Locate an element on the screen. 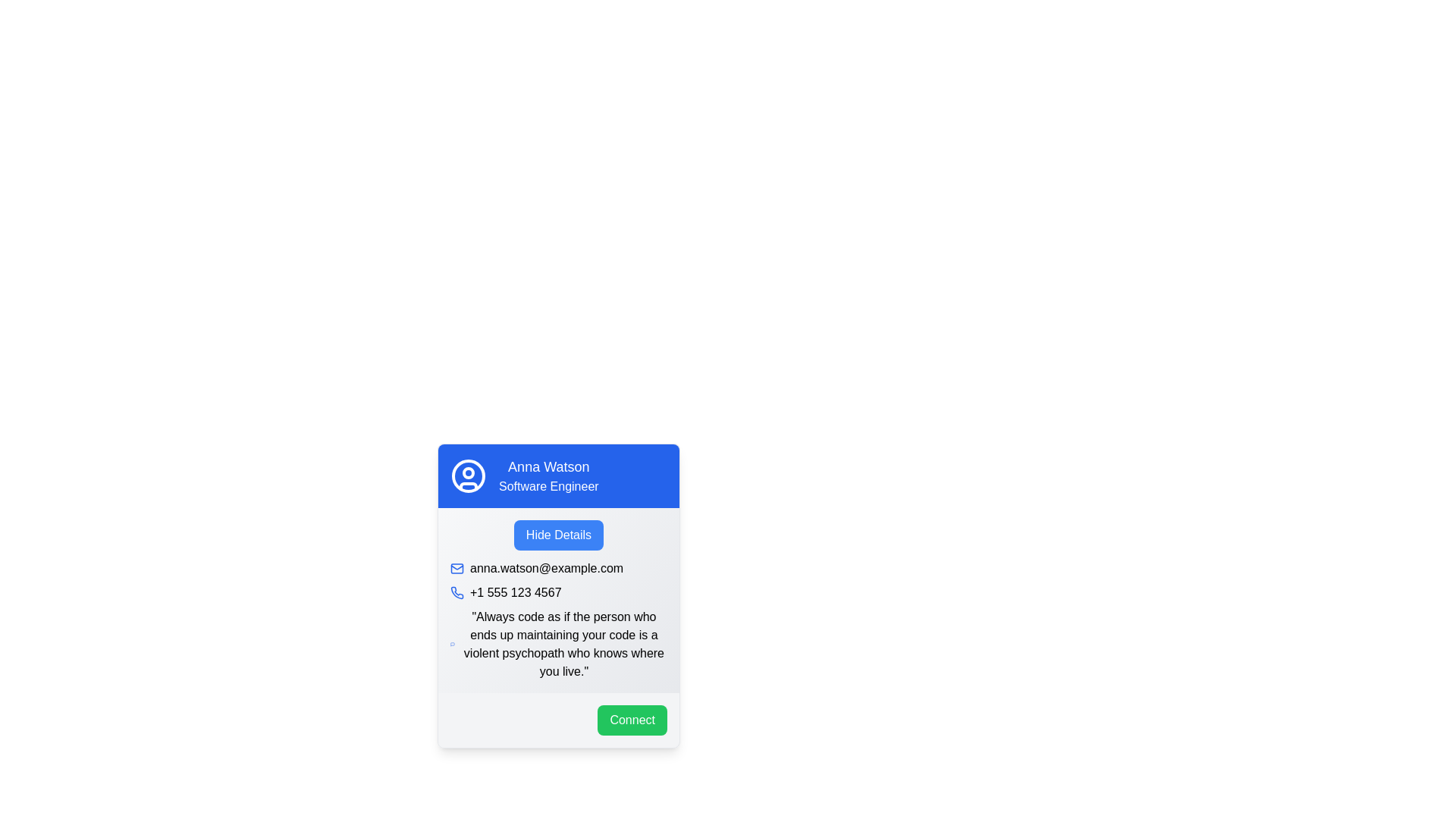  the 'Connect' button, which has a green background and rounded corners, located at the bottom right of a light gray section within a card layout is located at coordinates (558, 719).